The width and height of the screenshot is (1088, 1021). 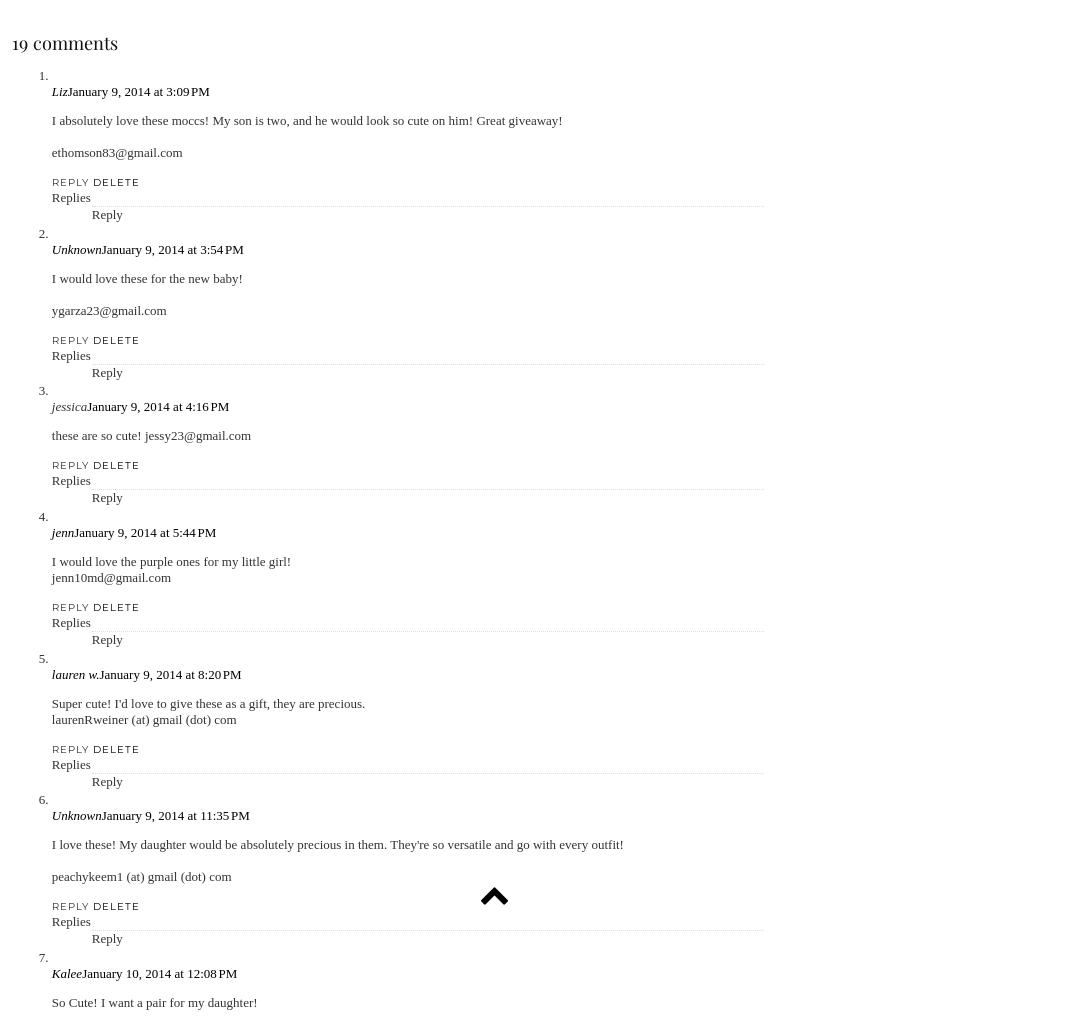 What do you see at coordinates (51, 90) in the screenshot?
I see `'Liz'` at bounding box center [51, 90].